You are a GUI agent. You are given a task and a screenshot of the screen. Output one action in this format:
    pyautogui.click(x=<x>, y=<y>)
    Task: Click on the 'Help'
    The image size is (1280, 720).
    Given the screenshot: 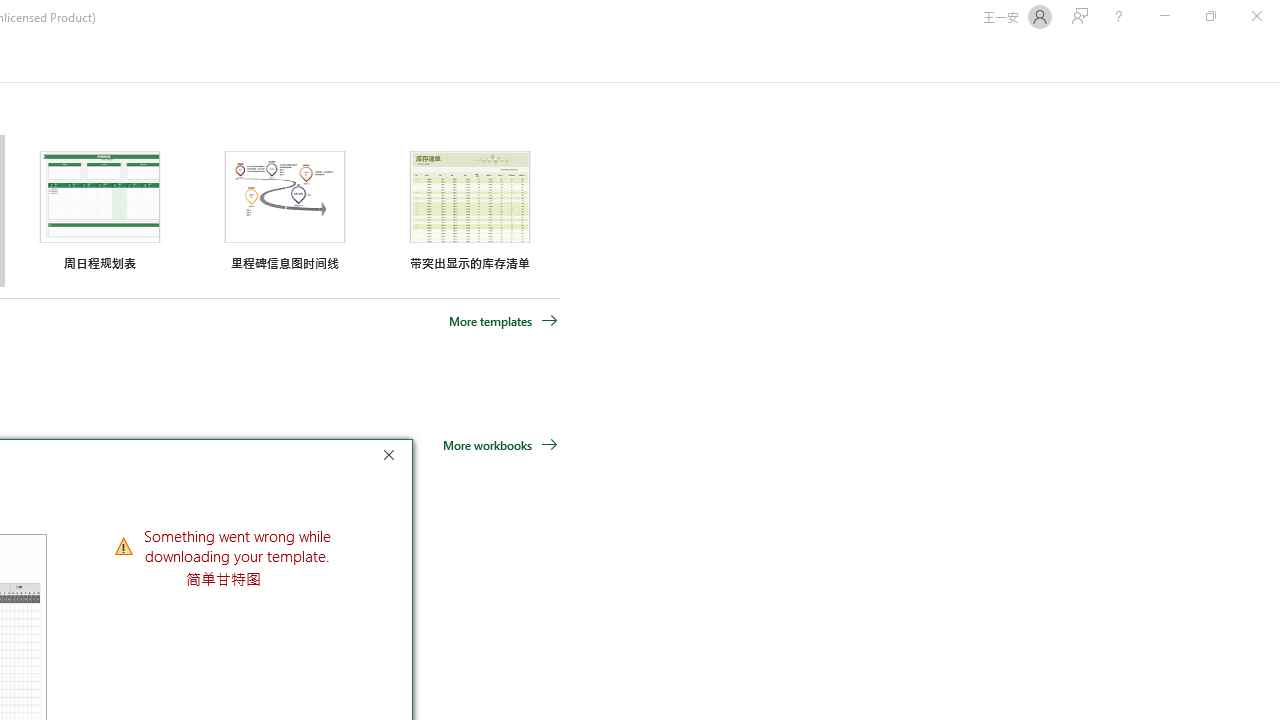 What is the action you would take?
    pyautogui.click(x=1117, y=16)
    